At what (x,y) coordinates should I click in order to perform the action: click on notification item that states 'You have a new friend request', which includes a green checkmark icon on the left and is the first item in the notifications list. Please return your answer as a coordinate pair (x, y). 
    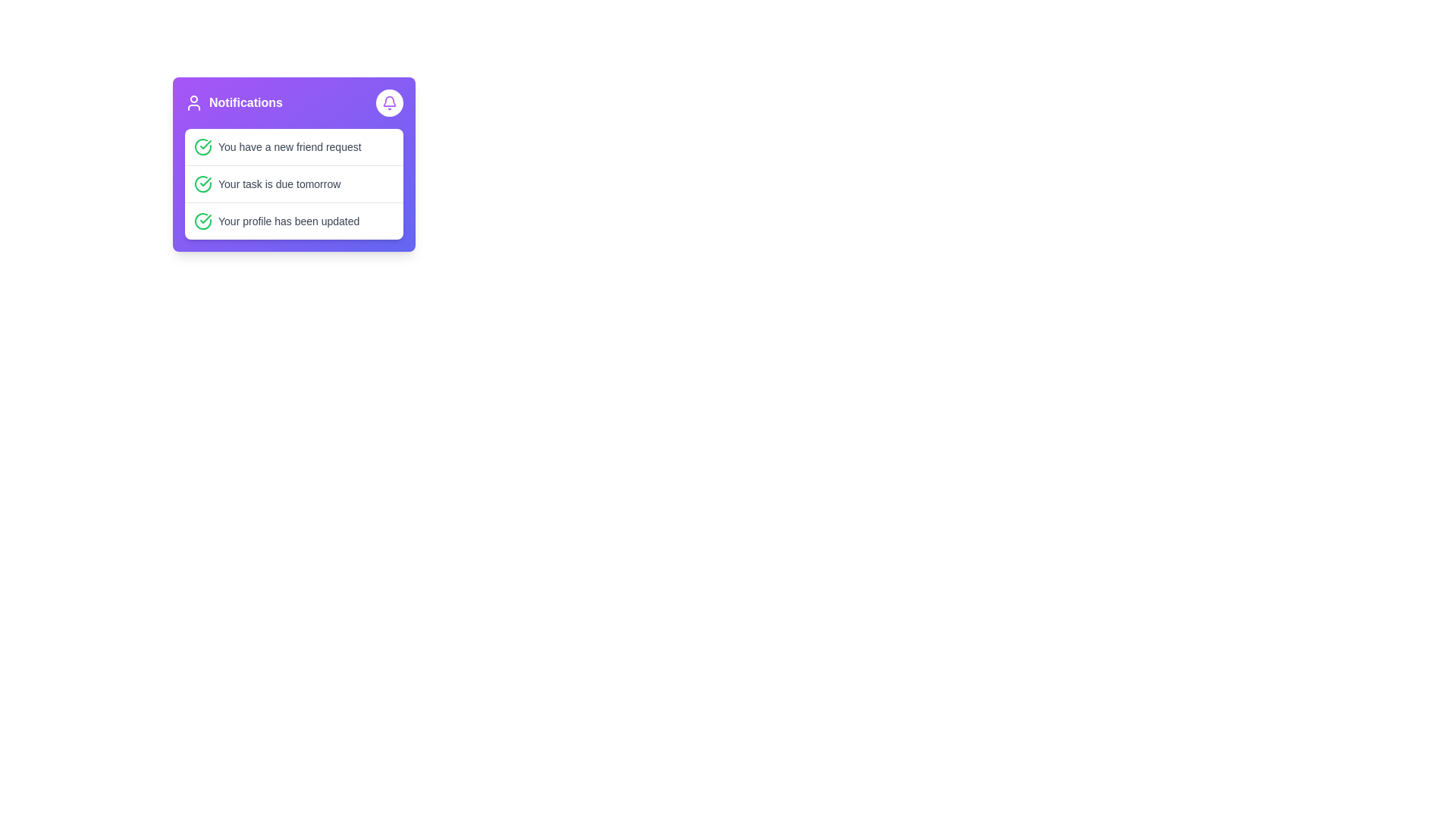
    Looking at the image, I should click on (294, 146).